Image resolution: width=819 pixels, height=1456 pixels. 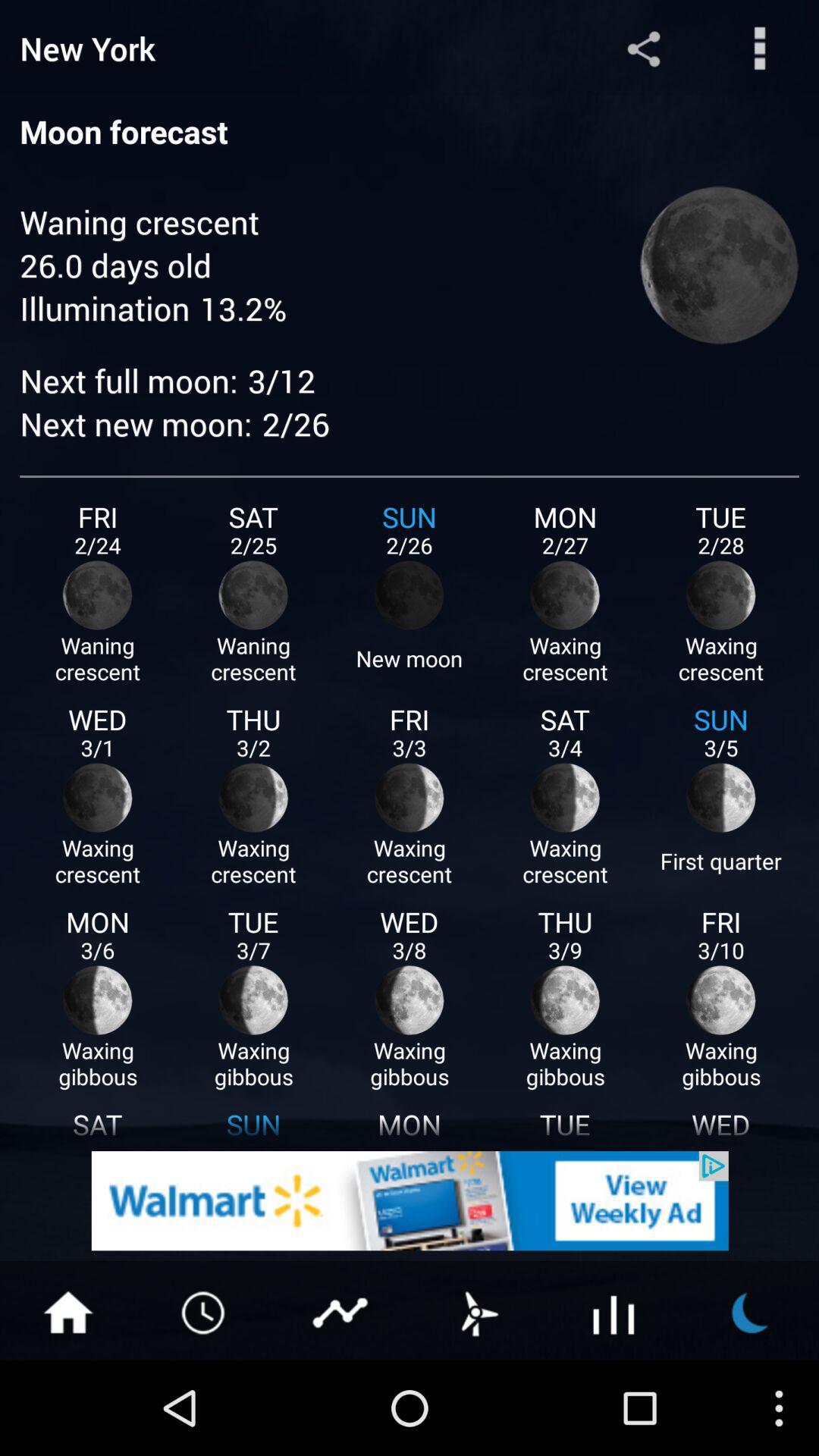 What do you see at coordinates (643, 52) in the screenshot?
I see `the share icon` at bounding box center [643, 52].